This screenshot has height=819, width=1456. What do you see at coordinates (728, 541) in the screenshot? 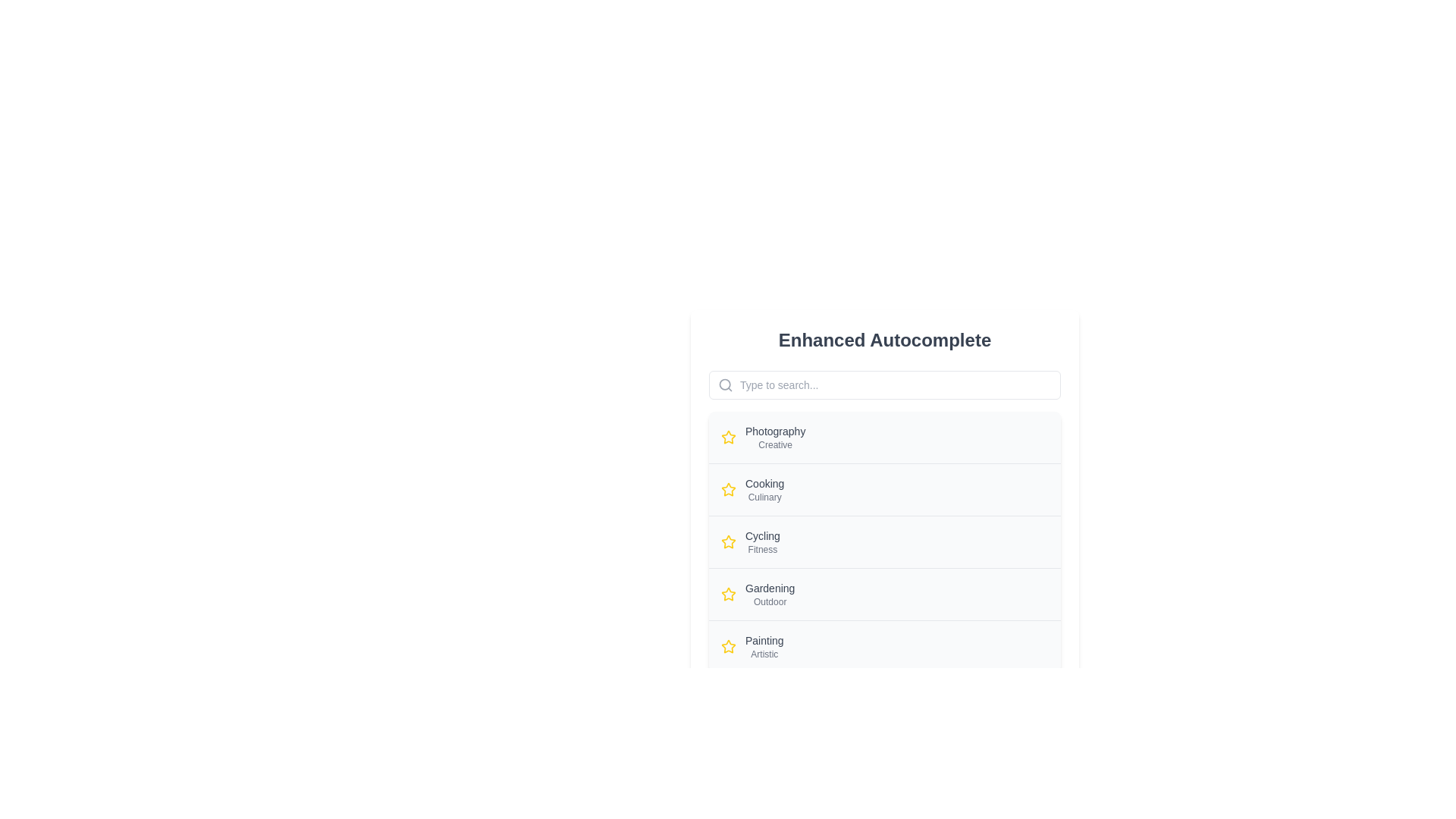
I see `the yellow star icon located to the left of the 'Cycling' label and its subtitle in the third row of the vertical list to interact with the associated item` at bounding box center [728, 541].